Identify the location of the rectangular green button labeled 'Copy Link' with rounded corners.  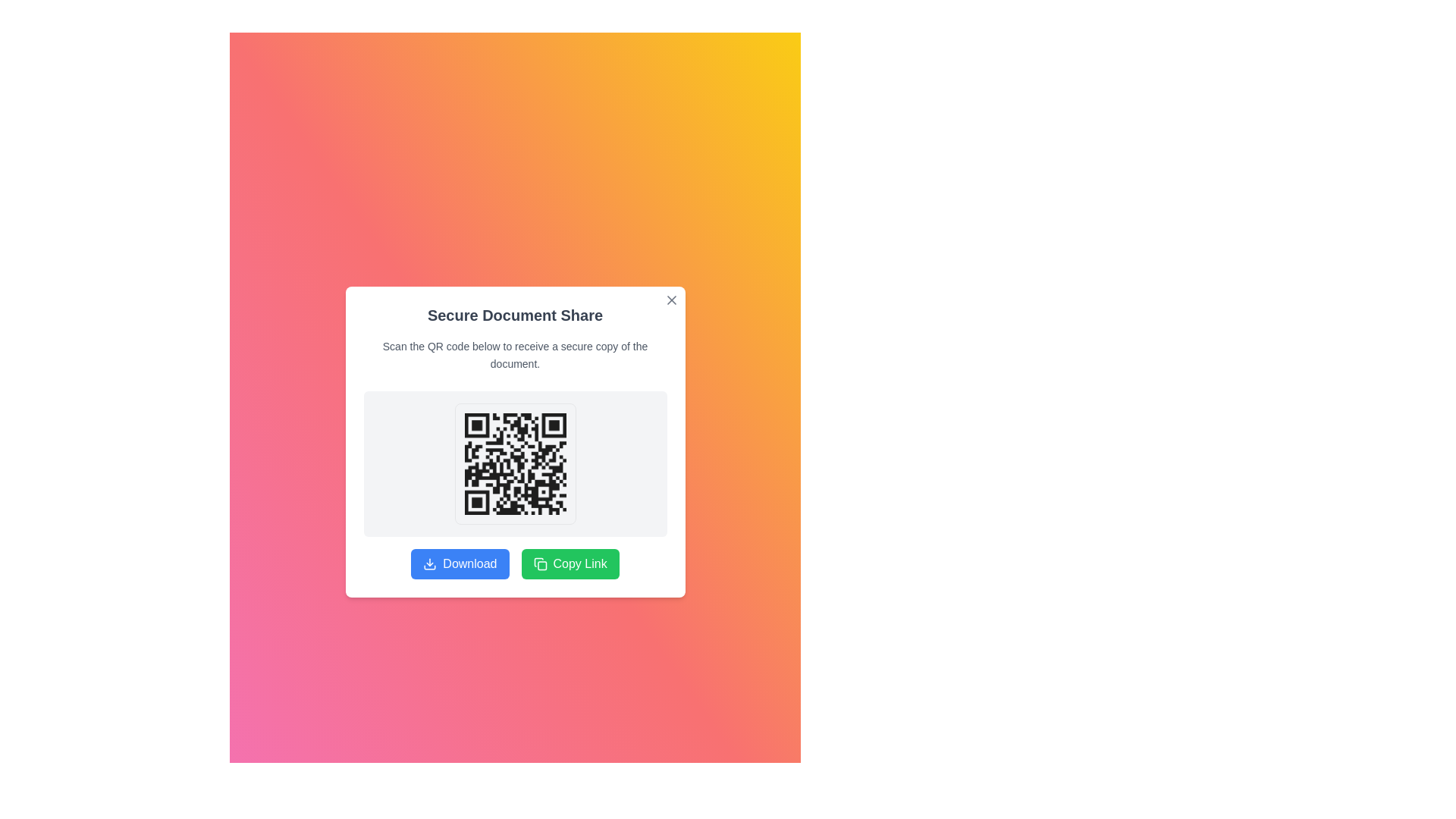
(570, 563).